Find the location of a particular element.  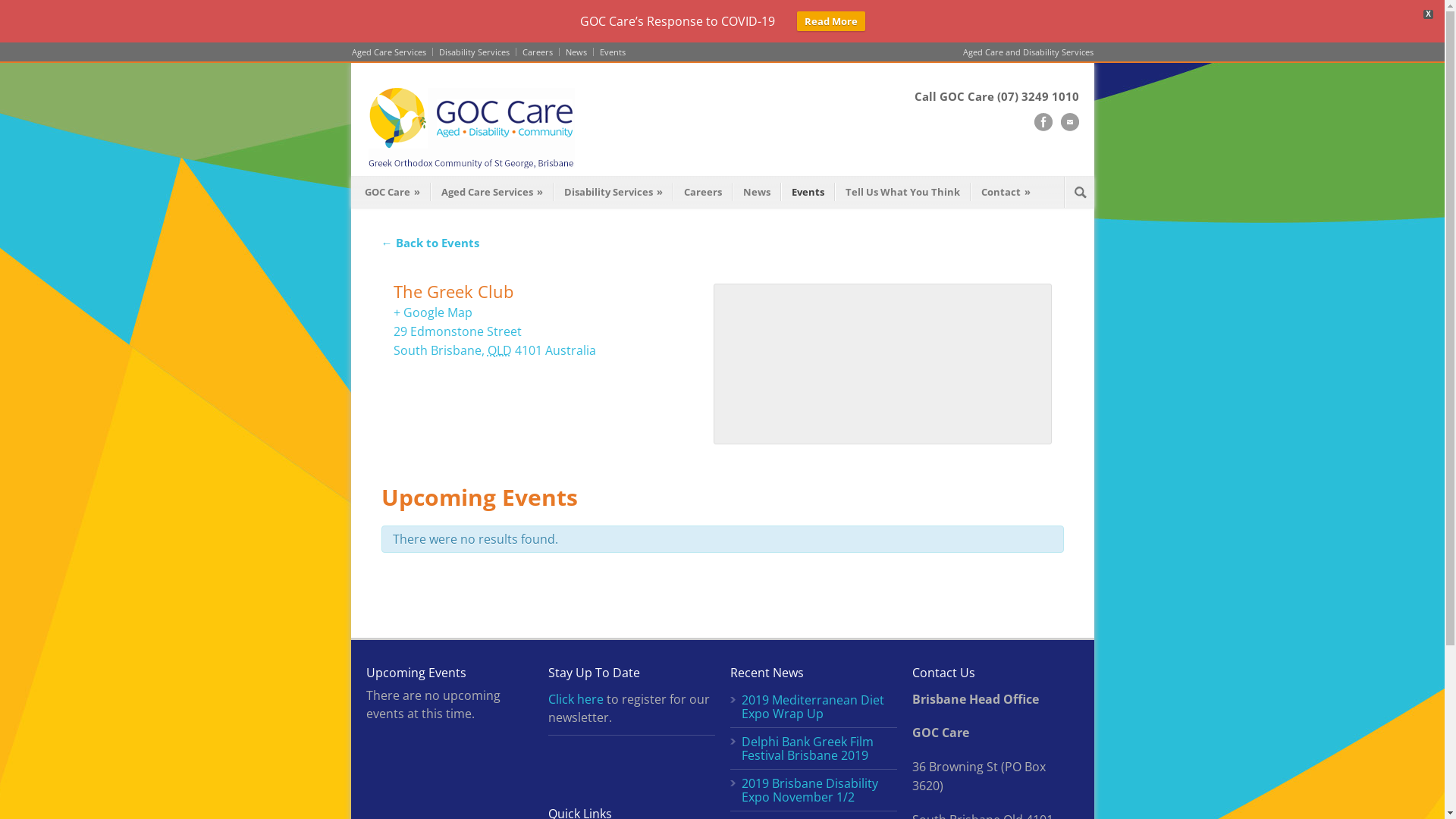

'Click here' is located at coordinates (574, 698).